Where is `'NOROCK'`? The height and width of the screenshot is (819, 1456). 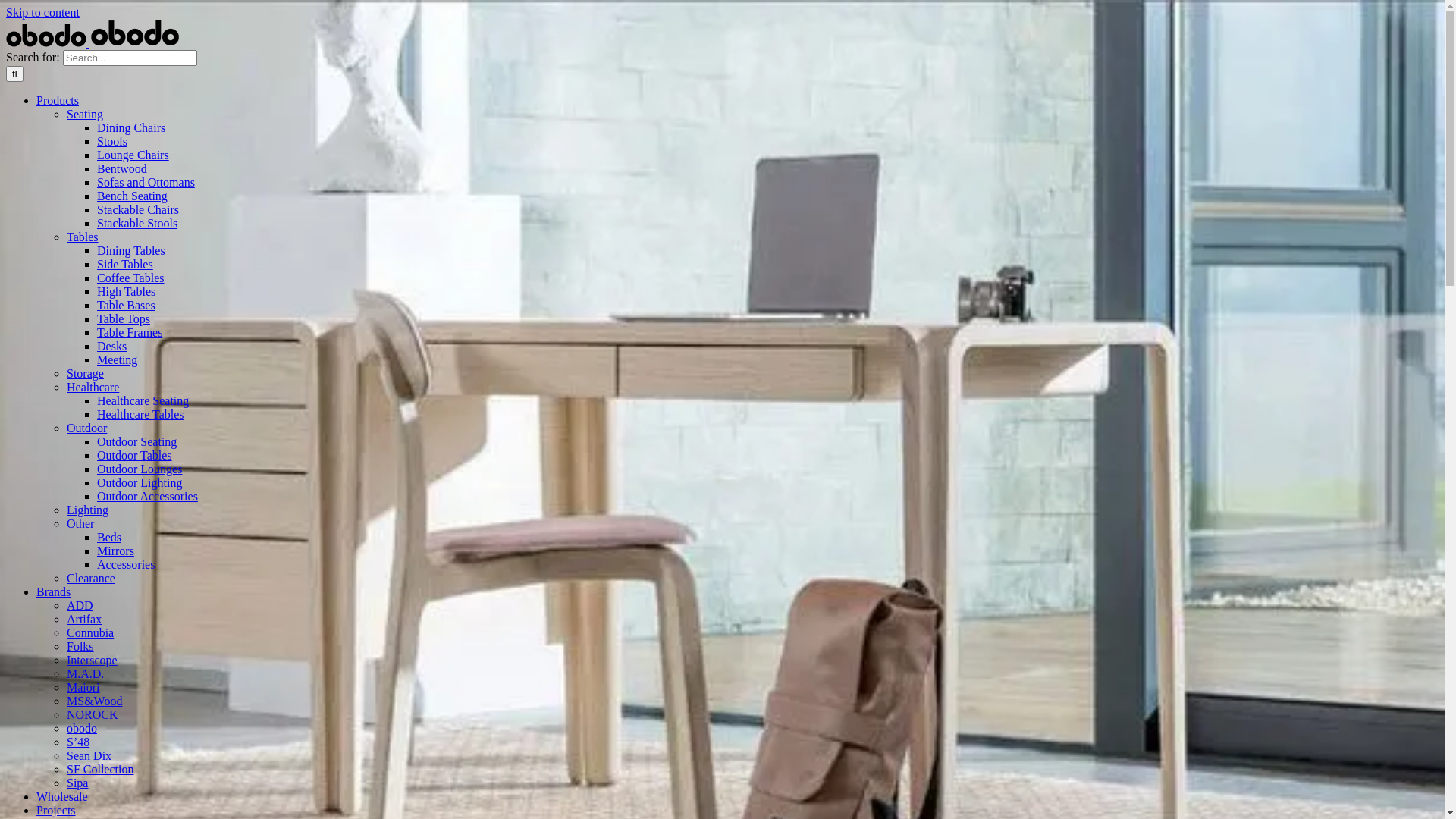
'NOROCK' is located at coordinates (91, 714).